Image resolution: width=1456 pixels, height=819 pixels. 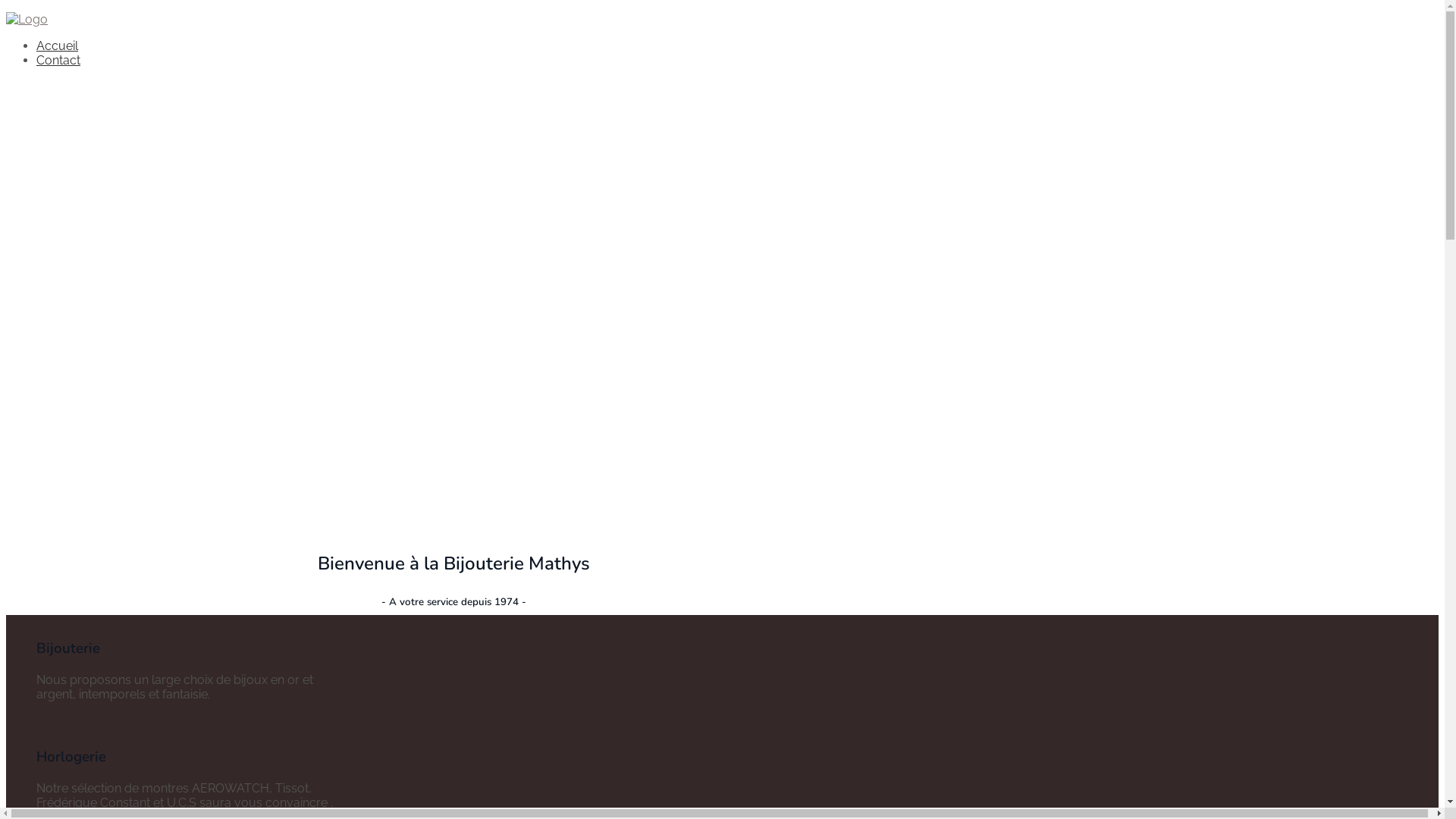 What do you see at coordinates (58, 59) in the screenshot?
I see `'Contact'` at bounding box center [58, 59].